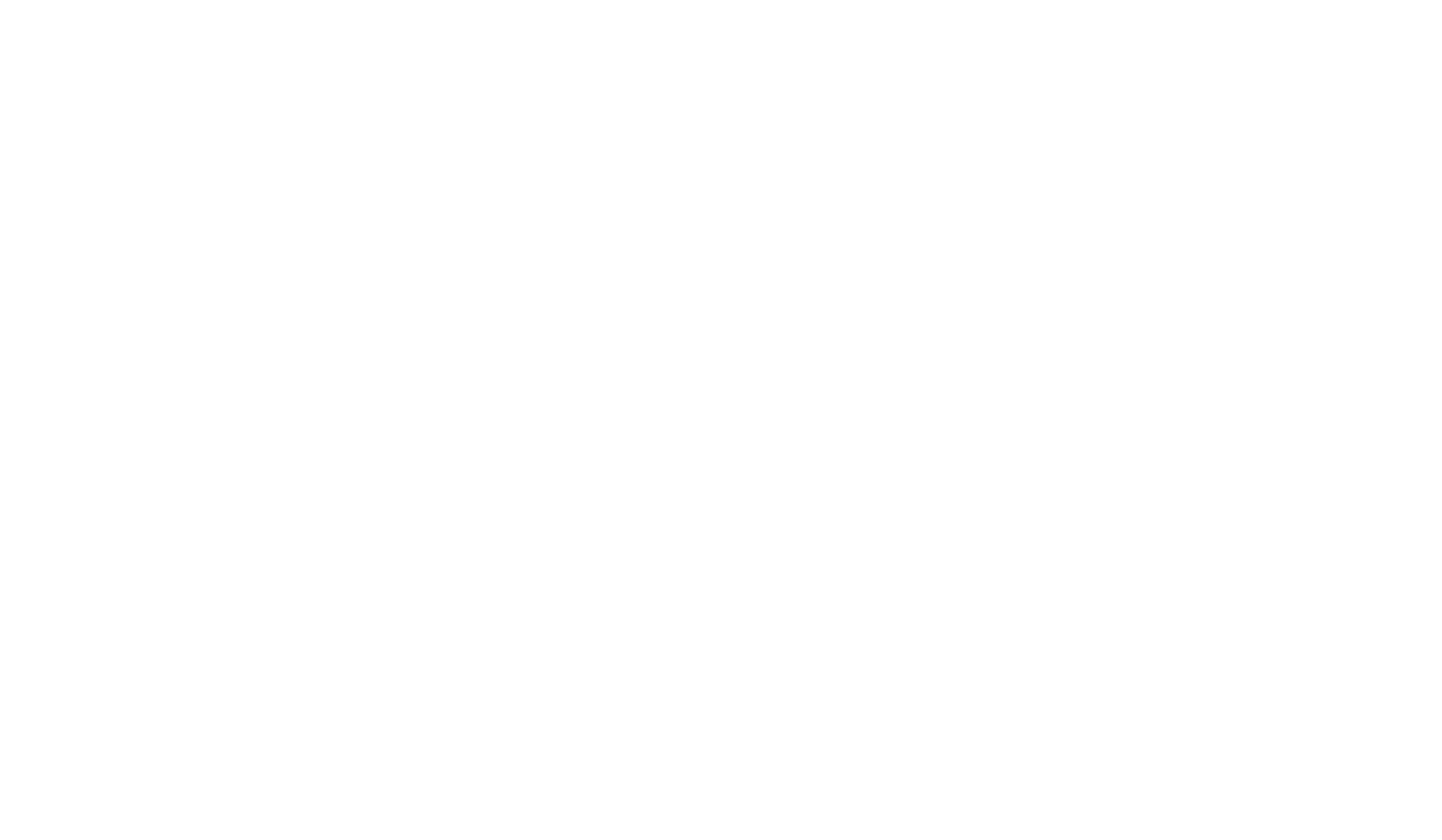 This screenshot has height=840, width=1442. What do you see at coordinates (644, 319) in the screenshot?
I see `'Dimensions'` at bounding box center [644, 319].